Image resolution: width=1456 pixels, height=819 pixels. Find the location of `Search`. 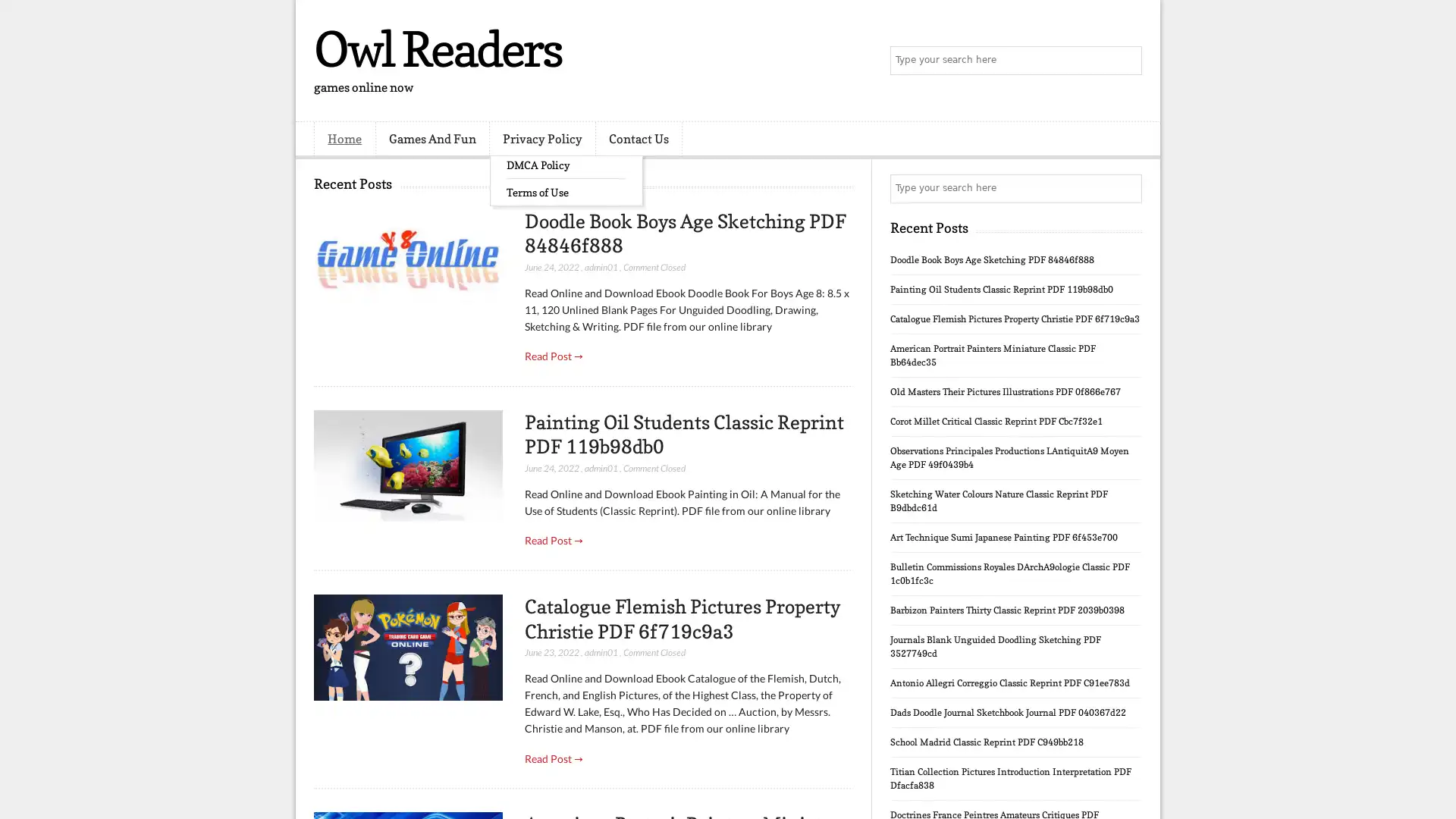

Search is located at coordinates (1126, 61).